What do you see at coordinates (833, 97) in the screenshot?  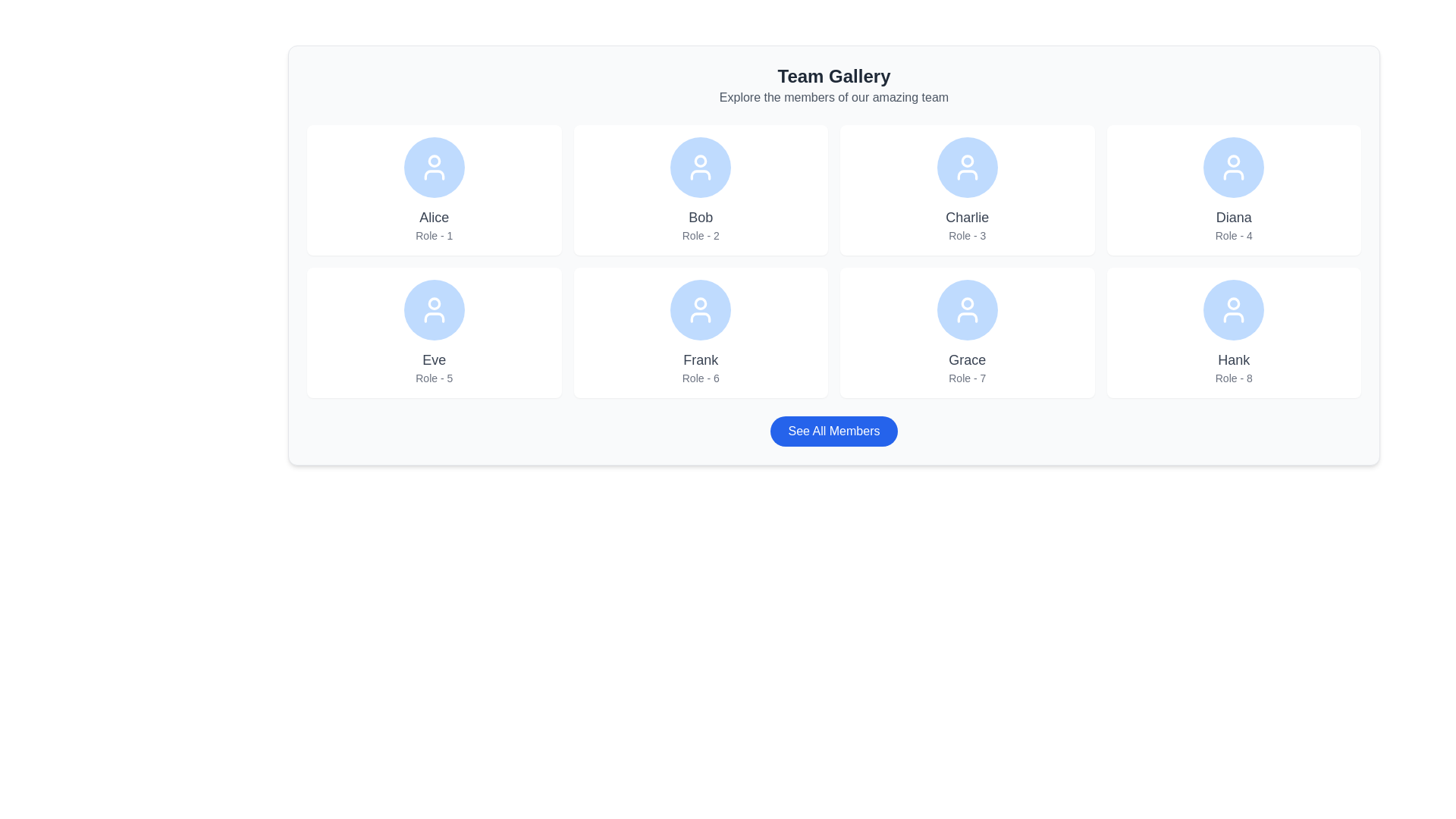 I see `the descriptive text for the 'Team Gallery' section, which is located directly below the main title and above the team members content area` at bounding box center [833, 97].